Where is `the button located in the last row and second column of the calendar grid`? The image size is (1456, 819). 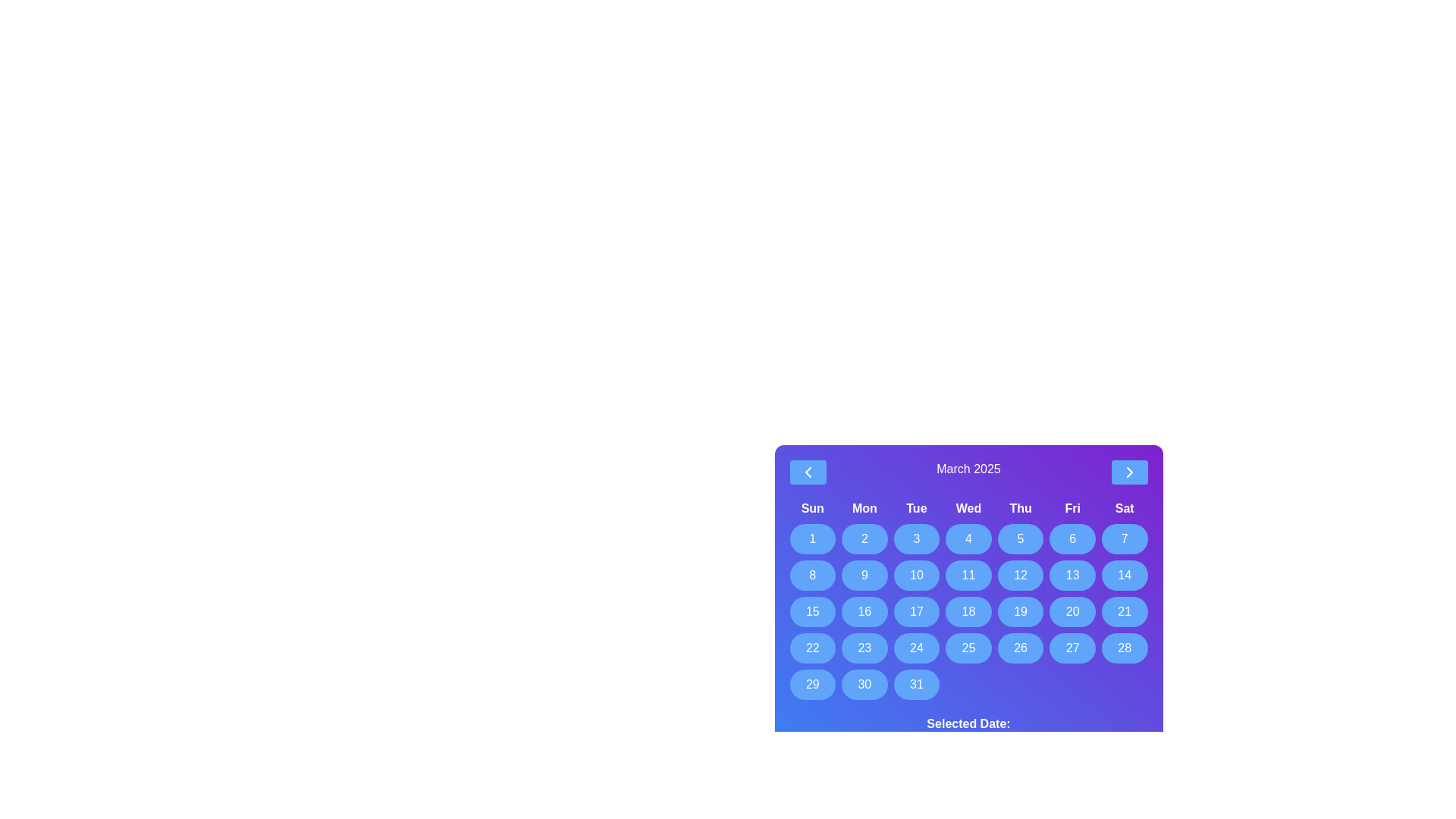 the button located in the last row and second column of the calendar grid is located at coordinates (864, 684).